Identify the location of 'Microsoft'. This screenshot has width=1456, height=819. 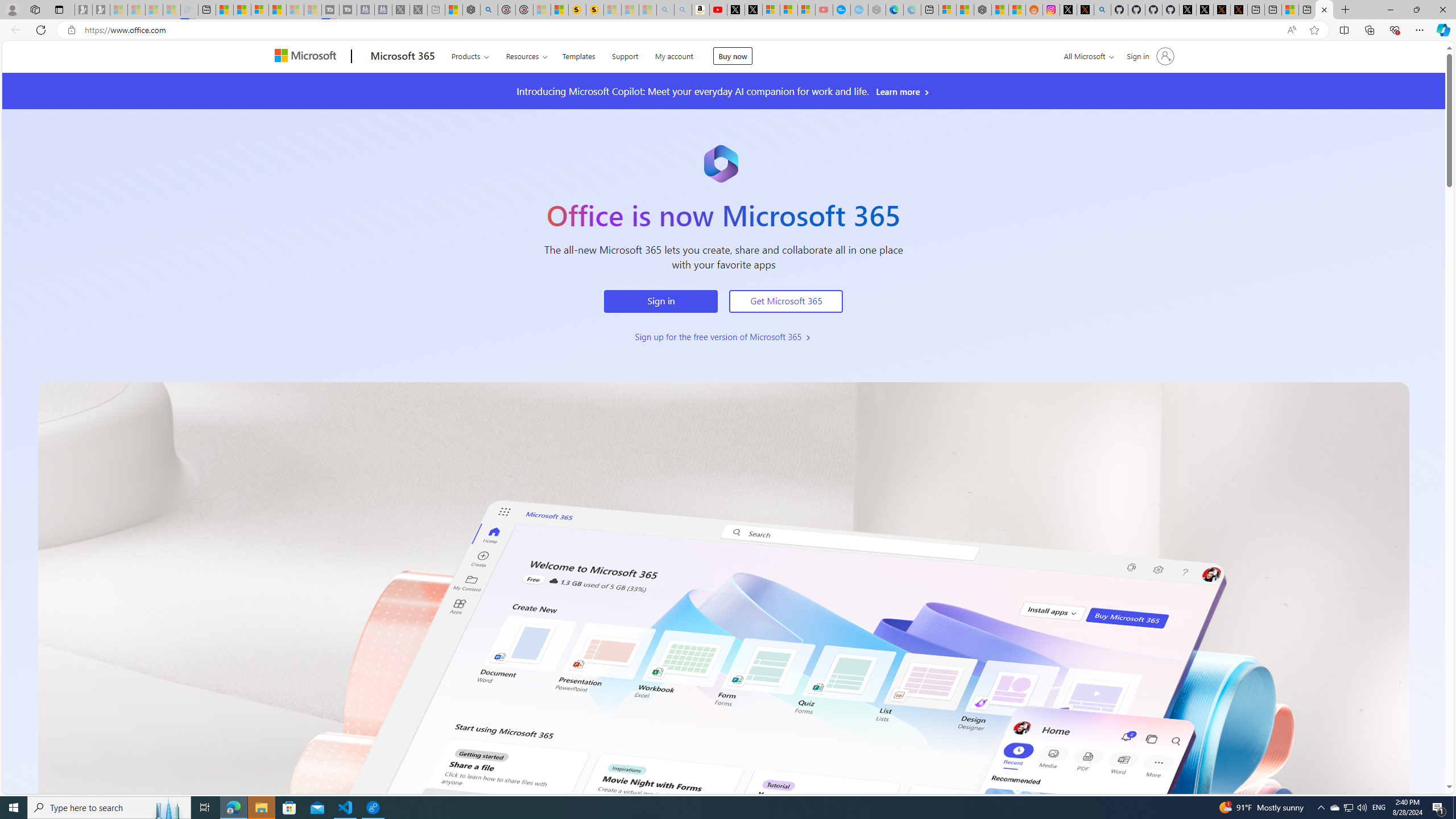
(307, 56).